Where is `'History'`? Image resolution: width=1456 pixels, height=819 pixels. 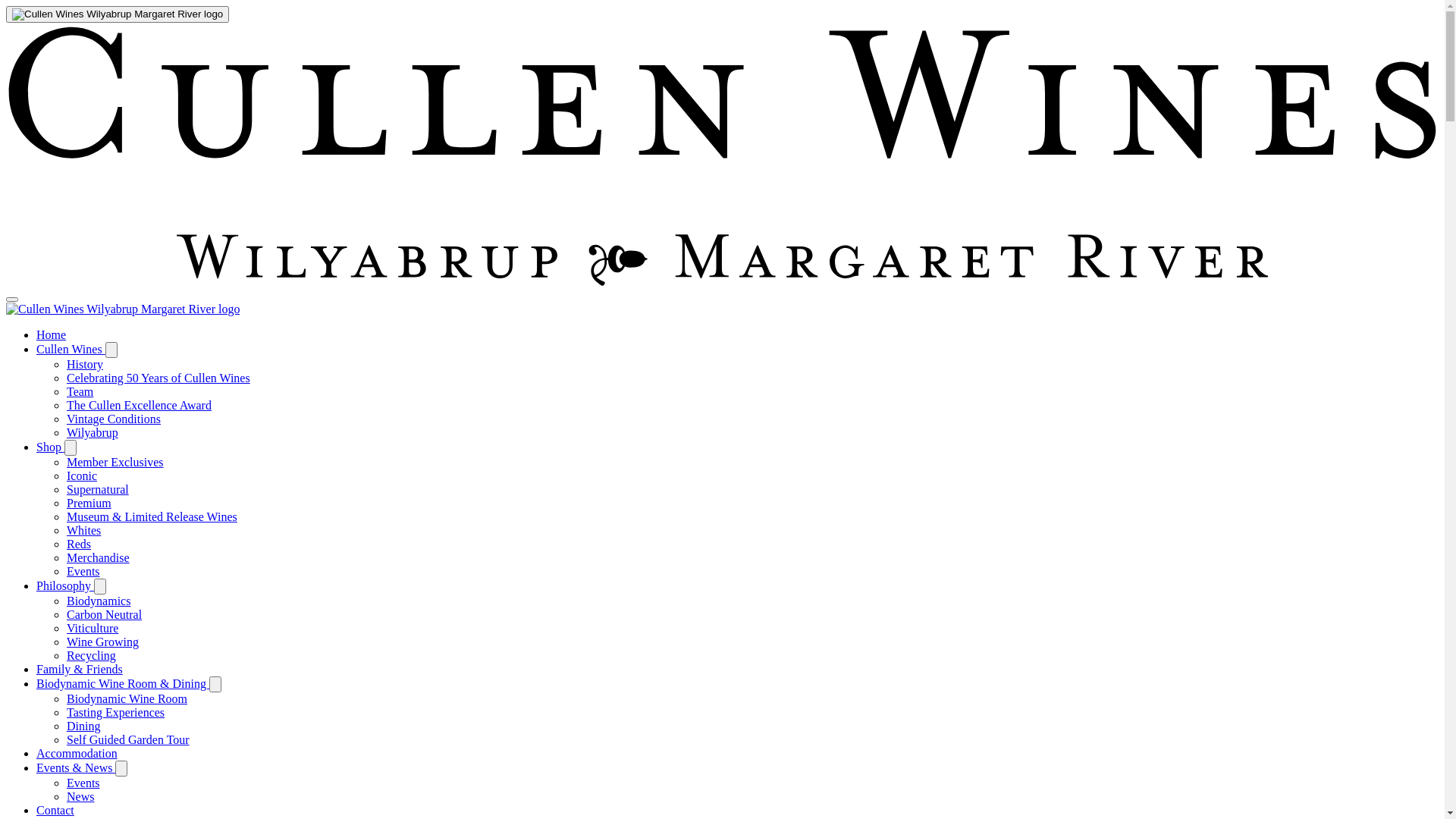
'History' is located at coordinates (83, 364).